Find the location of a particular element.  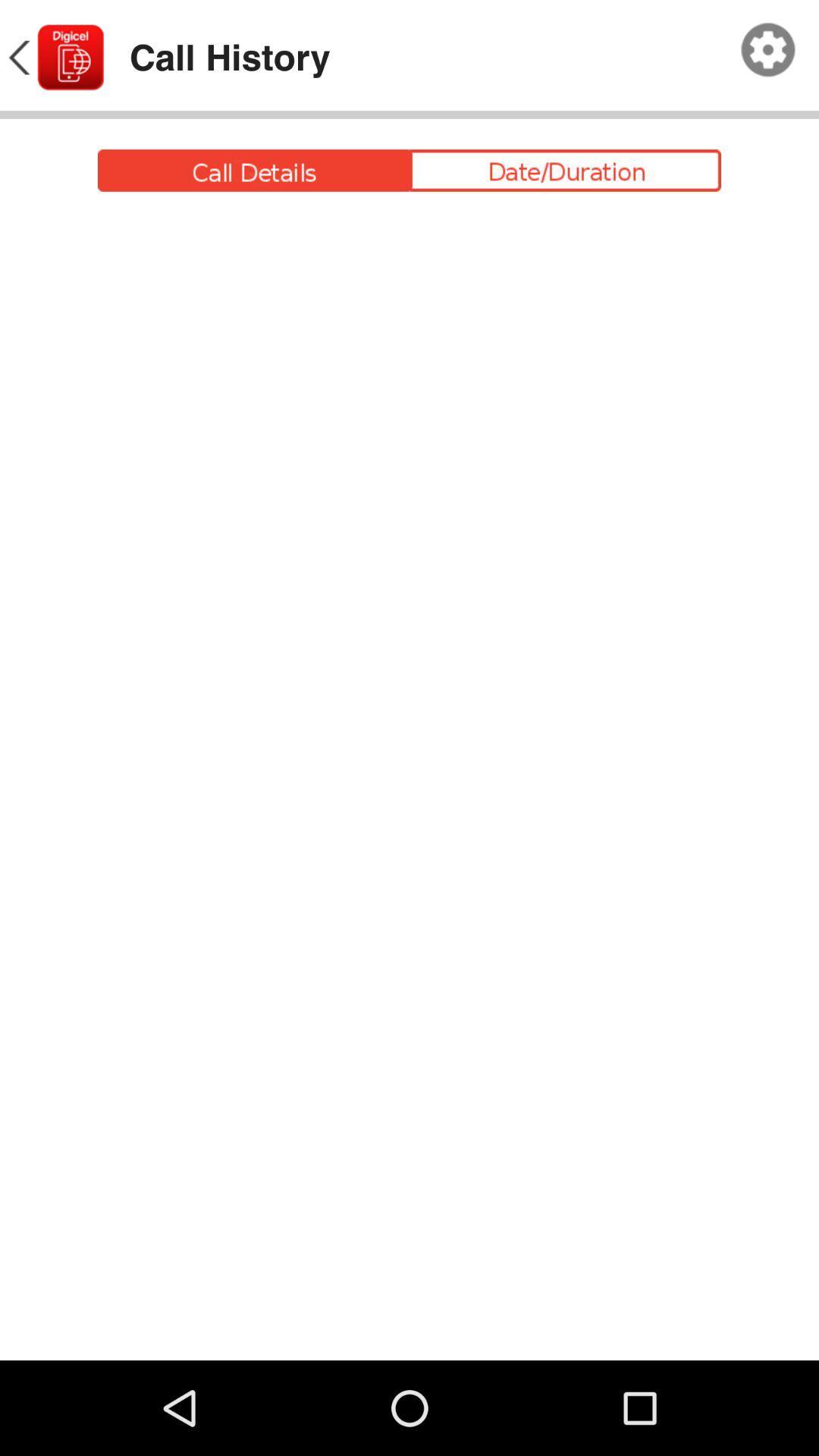

icon next to the call history item is located at coordinates (54, 58).